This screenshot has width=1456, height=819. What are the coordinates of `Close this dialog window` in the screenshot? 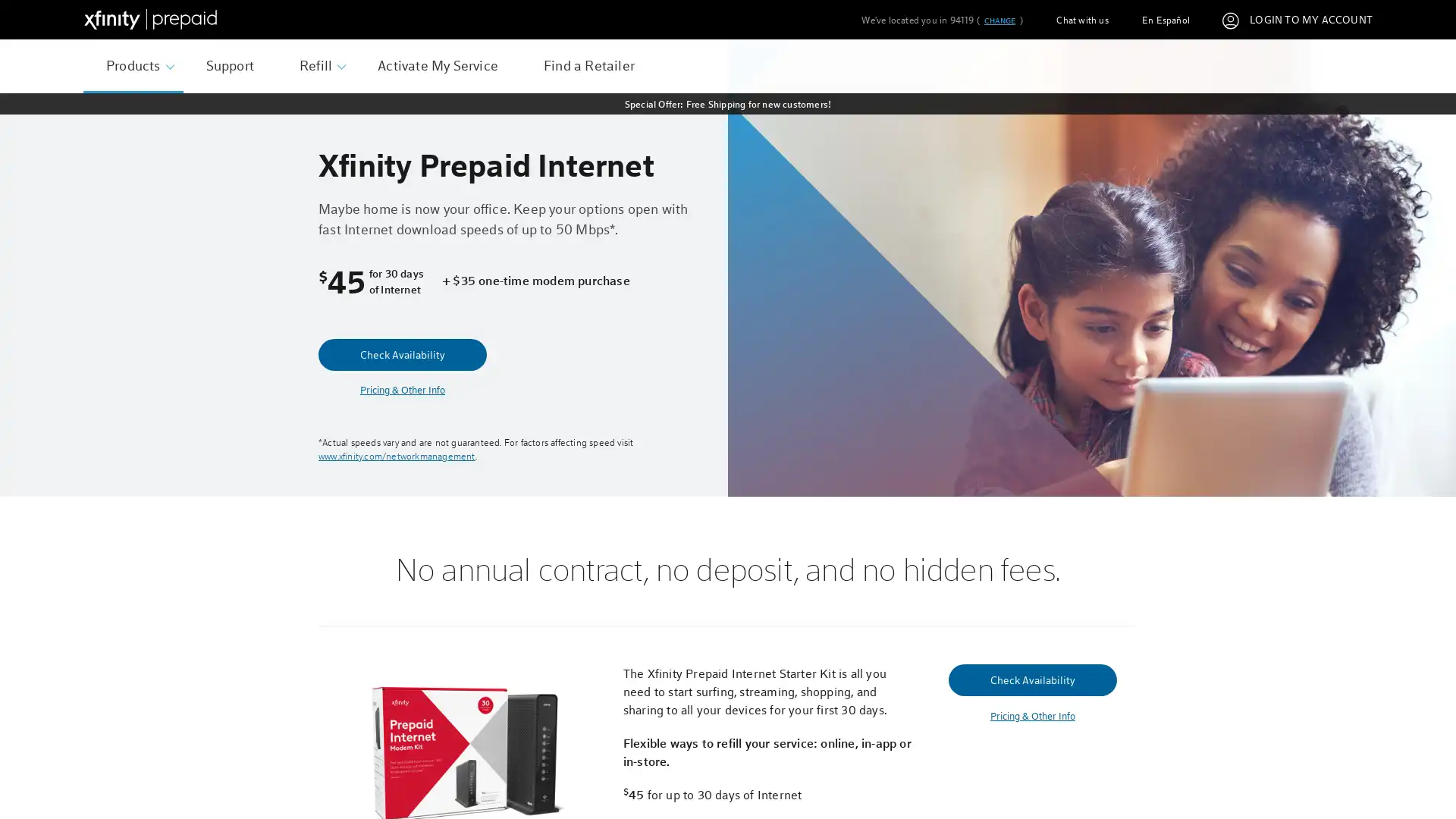 It's located at (1015, 352).